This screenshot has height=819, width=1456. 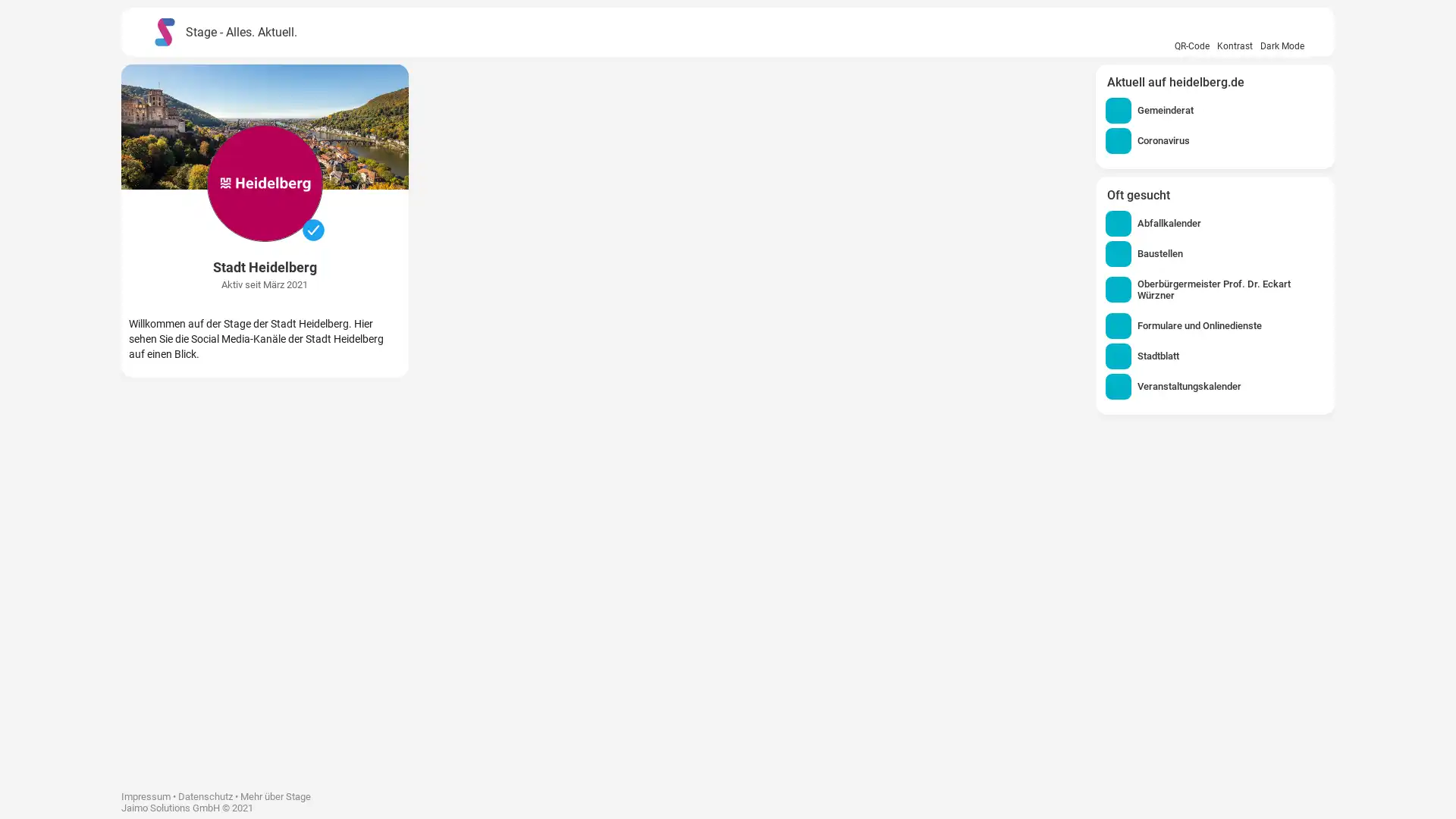 I want to click on logo facebook Zu Facebook, so click(x=501, y=651).